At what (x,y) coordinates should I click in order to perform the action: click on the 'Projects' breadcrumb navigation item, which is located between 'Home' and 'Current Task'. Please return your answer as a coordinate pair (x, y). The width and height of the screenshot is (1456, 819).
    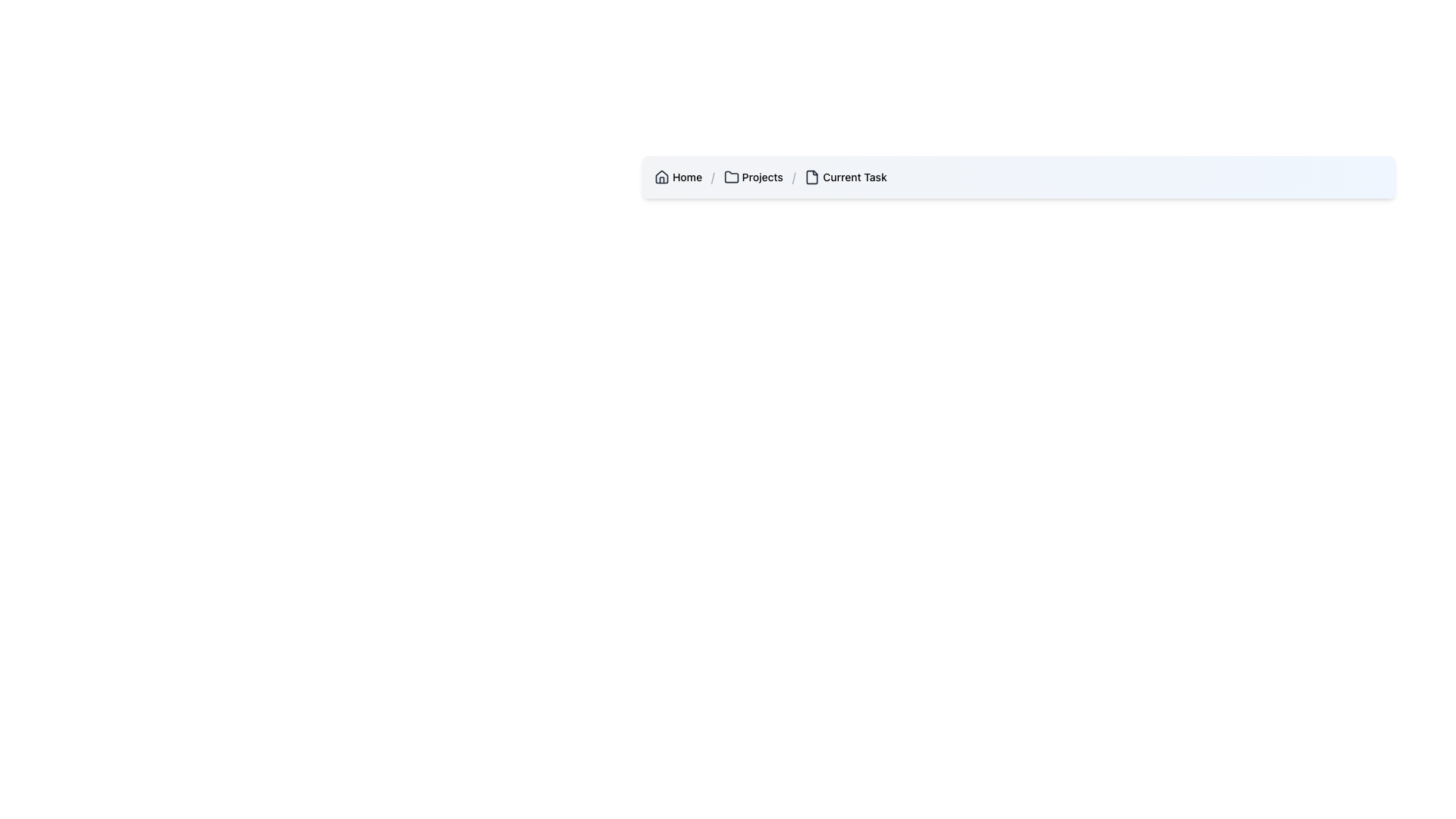
    Looking at the image, I should click on (753, 177).